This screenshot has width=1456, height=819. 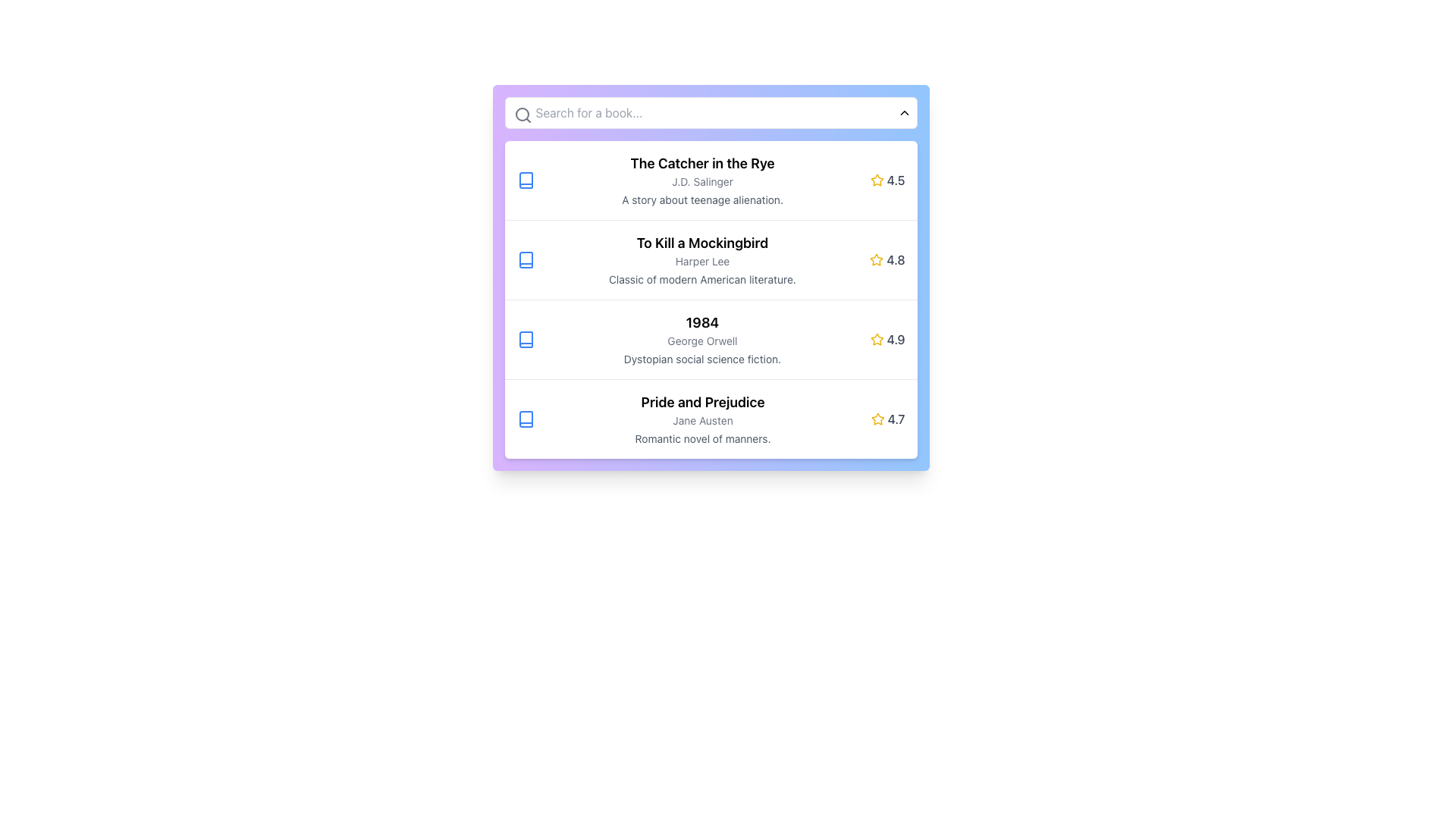 I want to click on the text label displaying the numerical rating of the book 'To Kill a Mockingbird', which is located to the right of a yellow star icon in the second row of the book list, so click(x=896, y=259).